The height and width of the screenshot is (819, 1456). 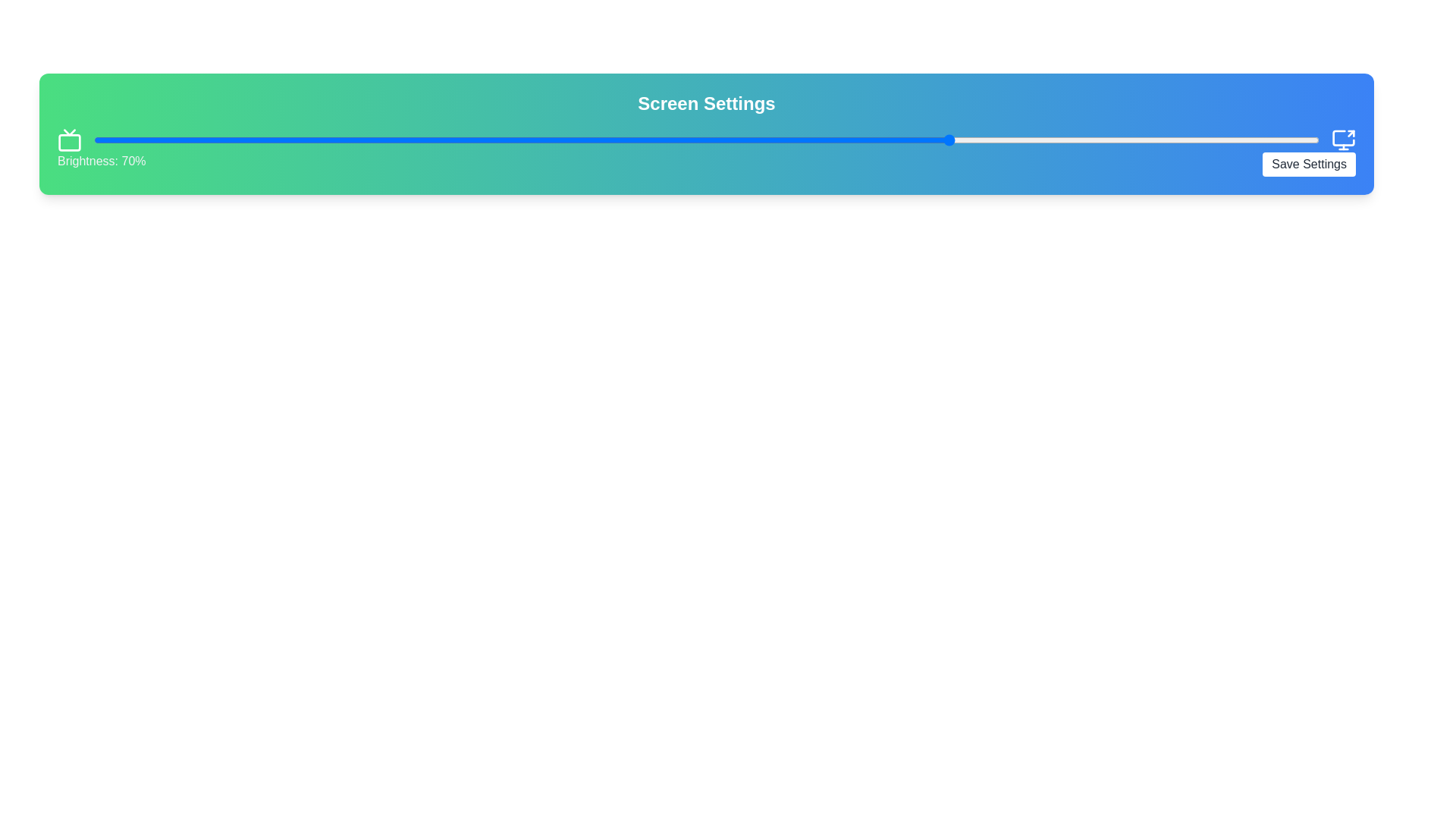 I want to click on 'Save Settings' button to save the current configuration, so click(x=1308, y=164).